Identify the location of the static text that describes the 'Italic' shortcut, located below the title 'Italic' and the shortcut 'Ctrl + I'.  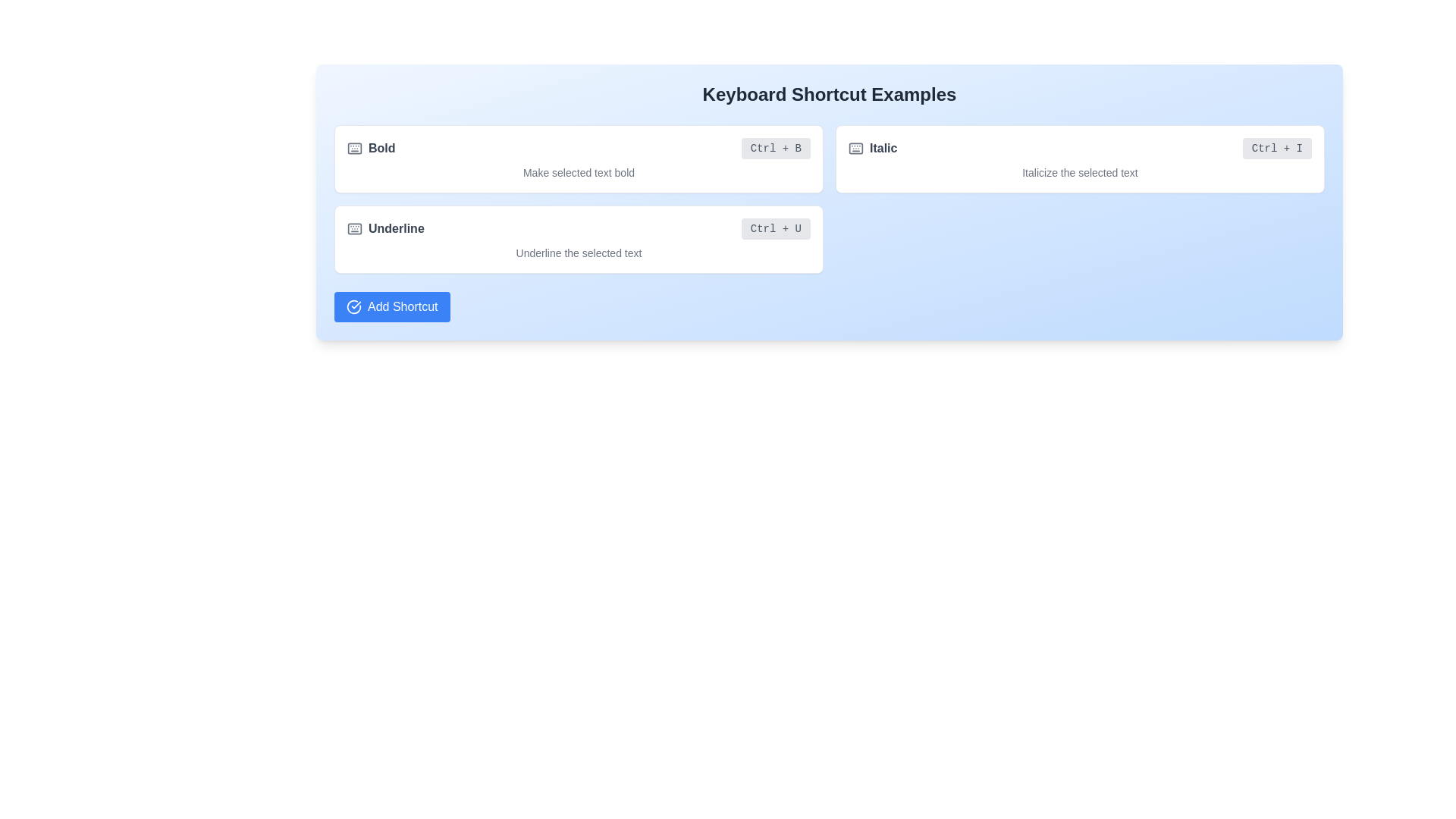
(1079, 171).